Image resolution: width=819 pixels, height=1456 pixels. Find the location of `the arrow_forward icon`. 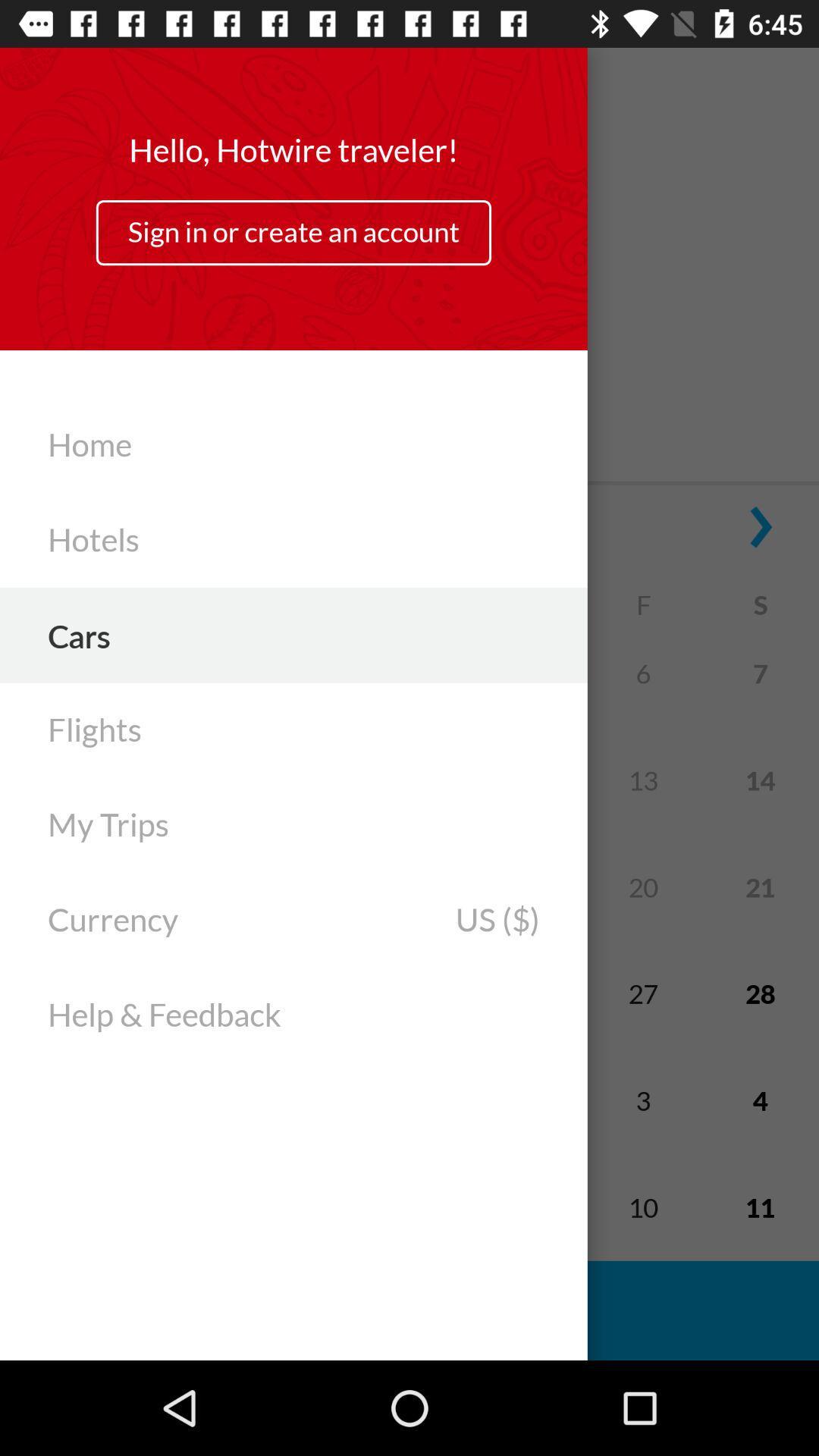

the arrow_forward icon is located at coordinates (760, 537).